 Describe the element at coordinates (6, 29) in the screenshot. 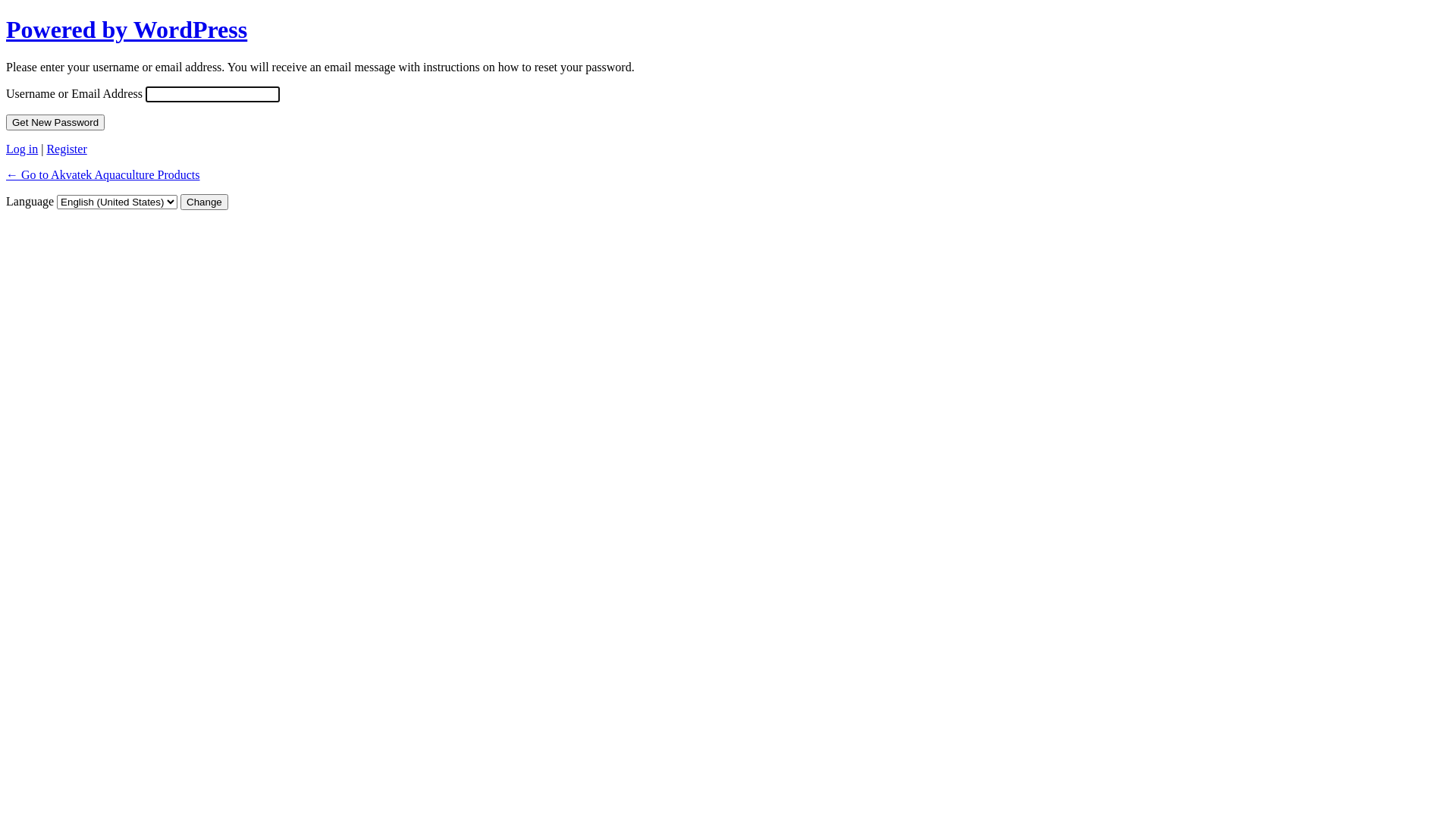

I see `'Powered by WordPress'` at that location.